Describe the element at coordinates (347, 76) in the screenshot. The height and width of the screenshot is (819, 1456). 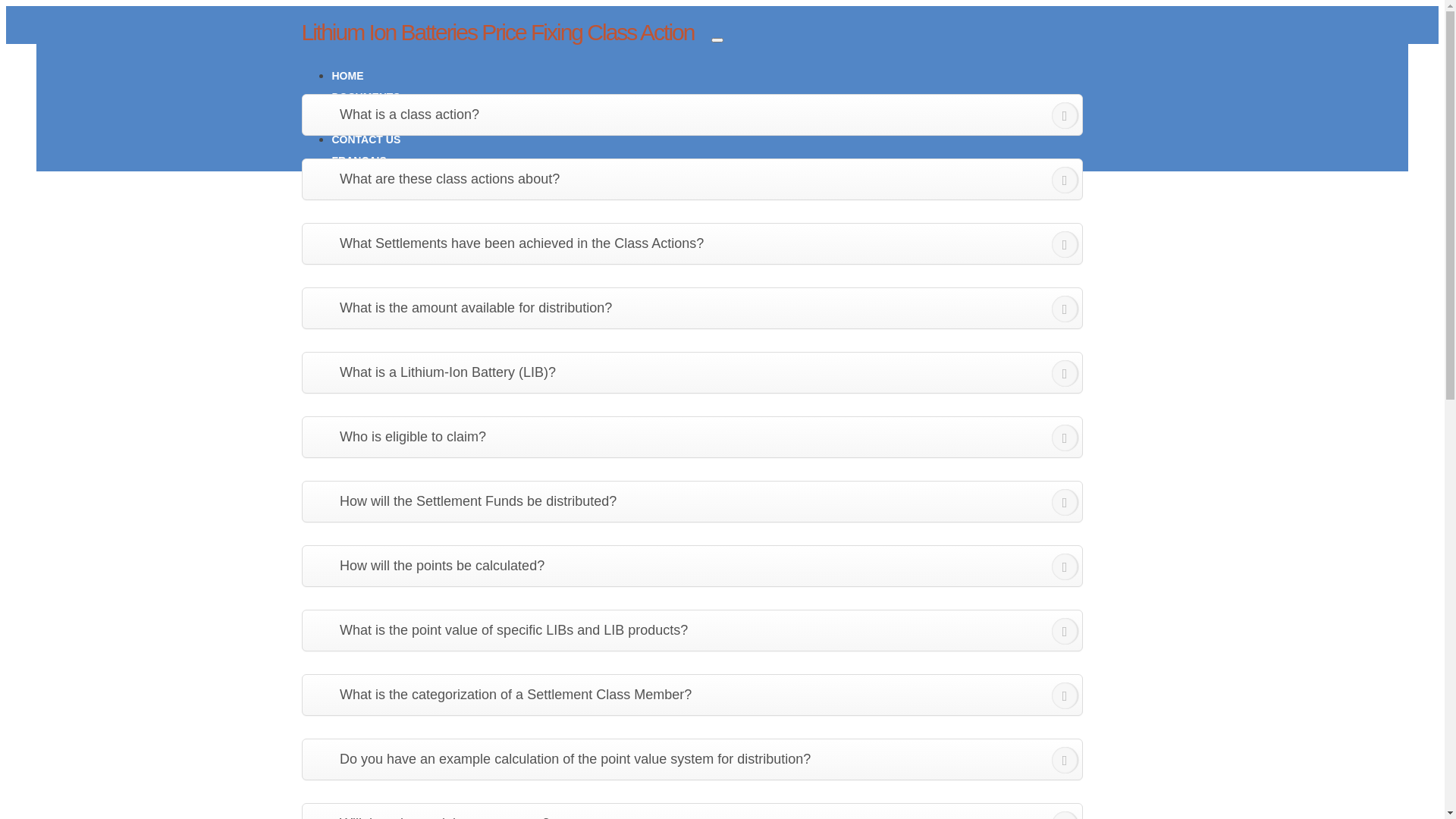
I see `'HOME'` at that location.